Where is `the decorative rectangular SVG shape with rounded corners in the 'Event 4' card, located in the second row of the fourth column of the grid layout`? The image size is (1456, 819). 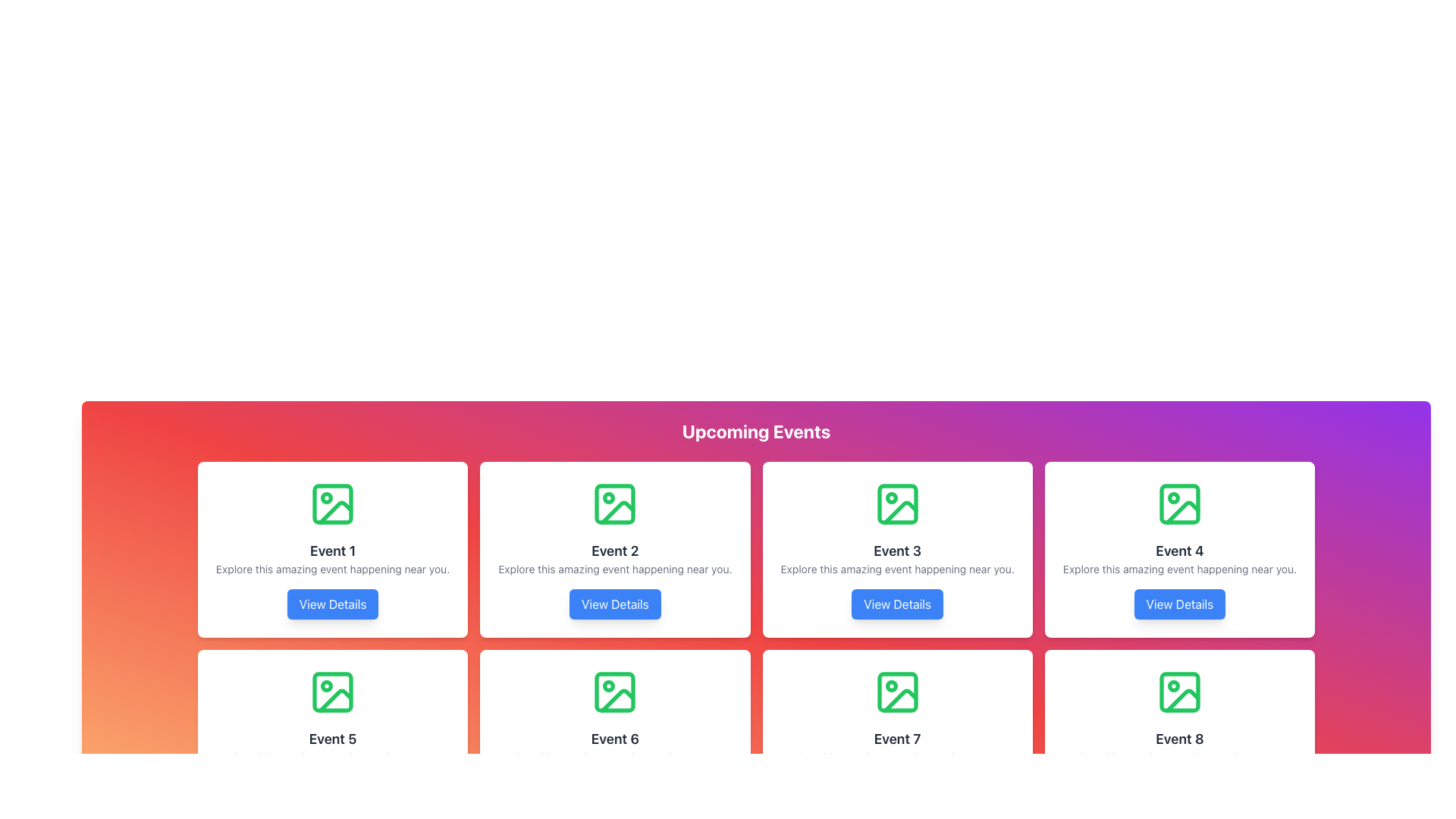
the decorative rectangular SVG shape with rounded corners in the 'Event 4' card, located in the second row of the fourth column of the grid layout is located at coordinates (1178, 504).